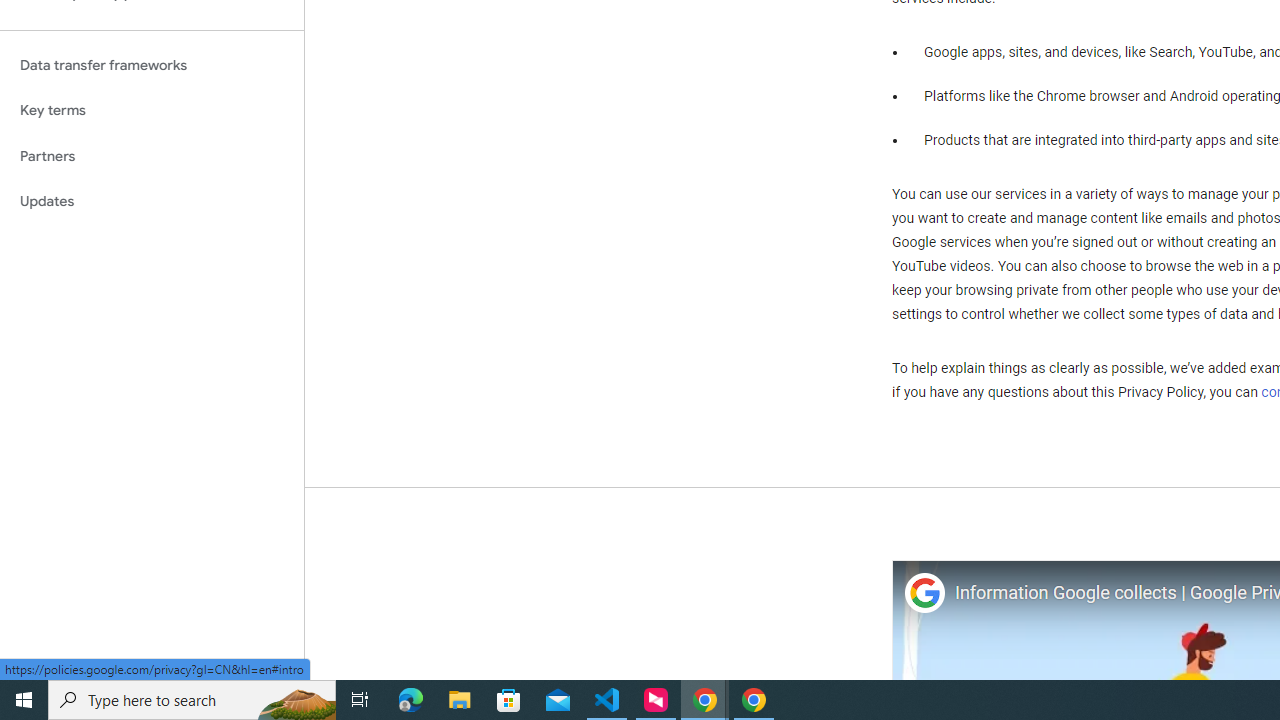 This screenshot has width=1280, height=720. I want to click on 'Photo image of Google', so click(923, 592).